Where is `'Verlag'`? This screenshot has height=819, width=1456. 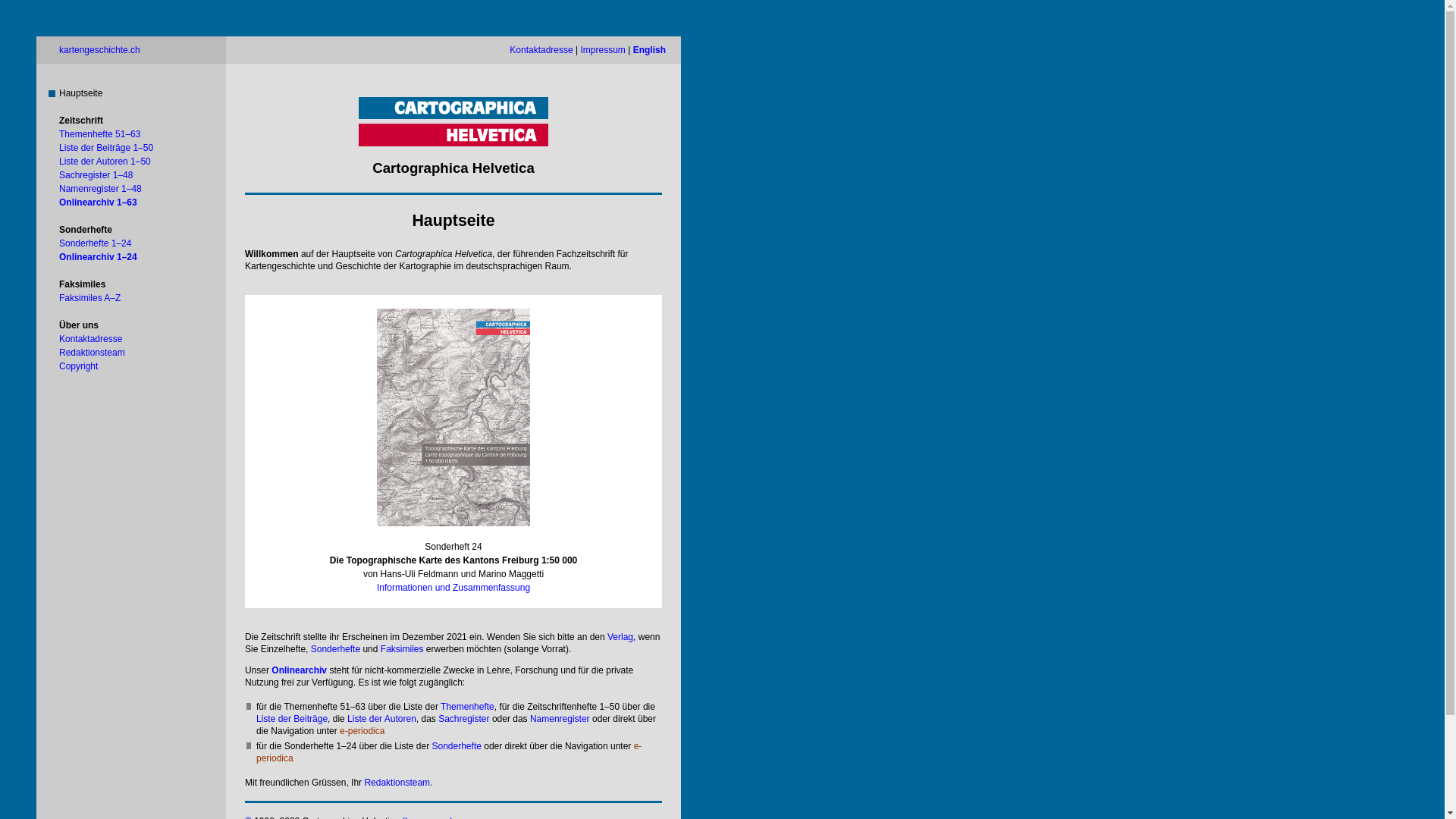 'Verlag' is located at coordinates (620, 637).